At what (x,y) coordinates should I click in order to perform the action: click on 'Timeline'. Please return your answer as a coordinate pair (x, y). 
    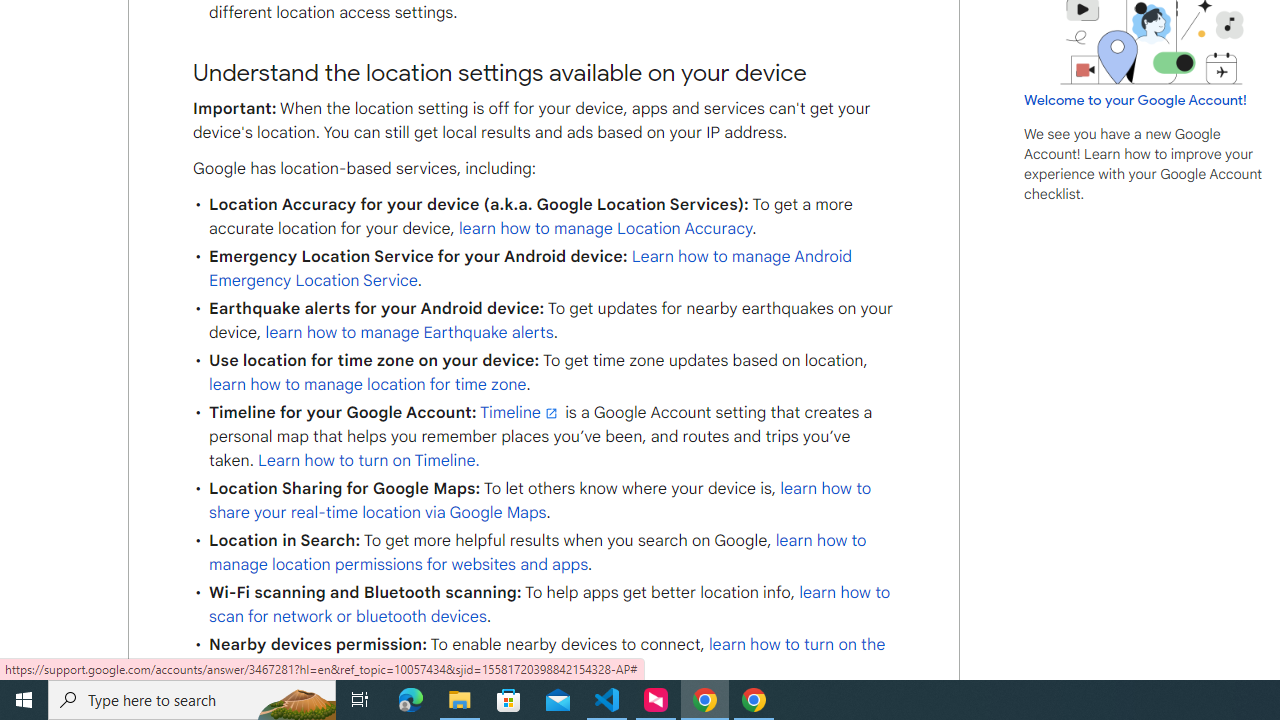
    Looking at the image, I should click on (520, 412).